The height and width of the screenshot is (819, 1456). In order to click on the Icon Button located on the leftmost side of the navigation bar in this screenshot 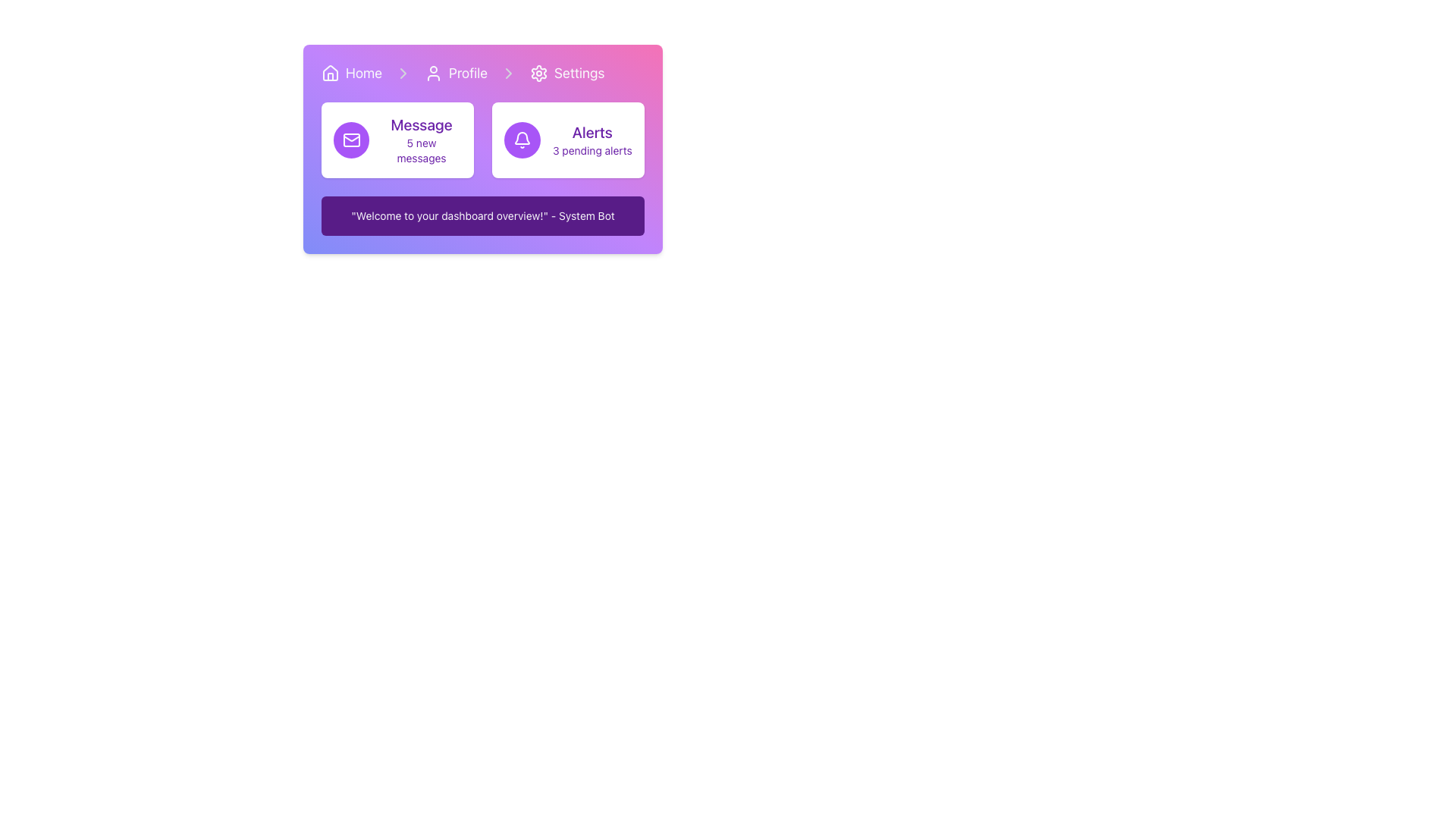, I will do `click(330, 73)`.